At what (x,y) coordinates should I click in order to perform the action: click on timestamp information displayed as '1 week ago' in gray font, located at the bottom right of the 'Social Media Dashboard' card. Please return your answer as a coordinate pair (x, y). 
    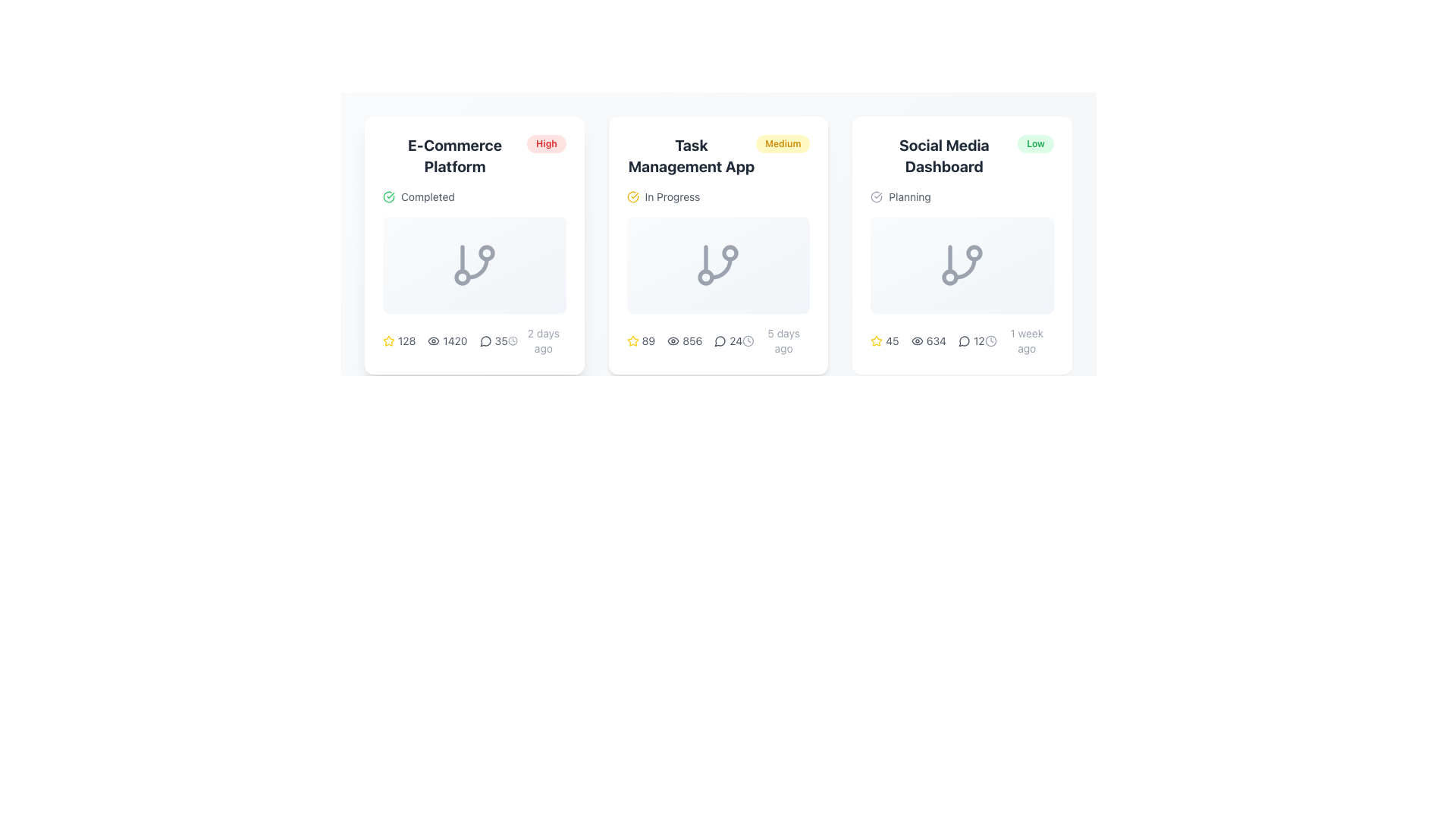
    Looking at the image, I should click on (1019, 341).